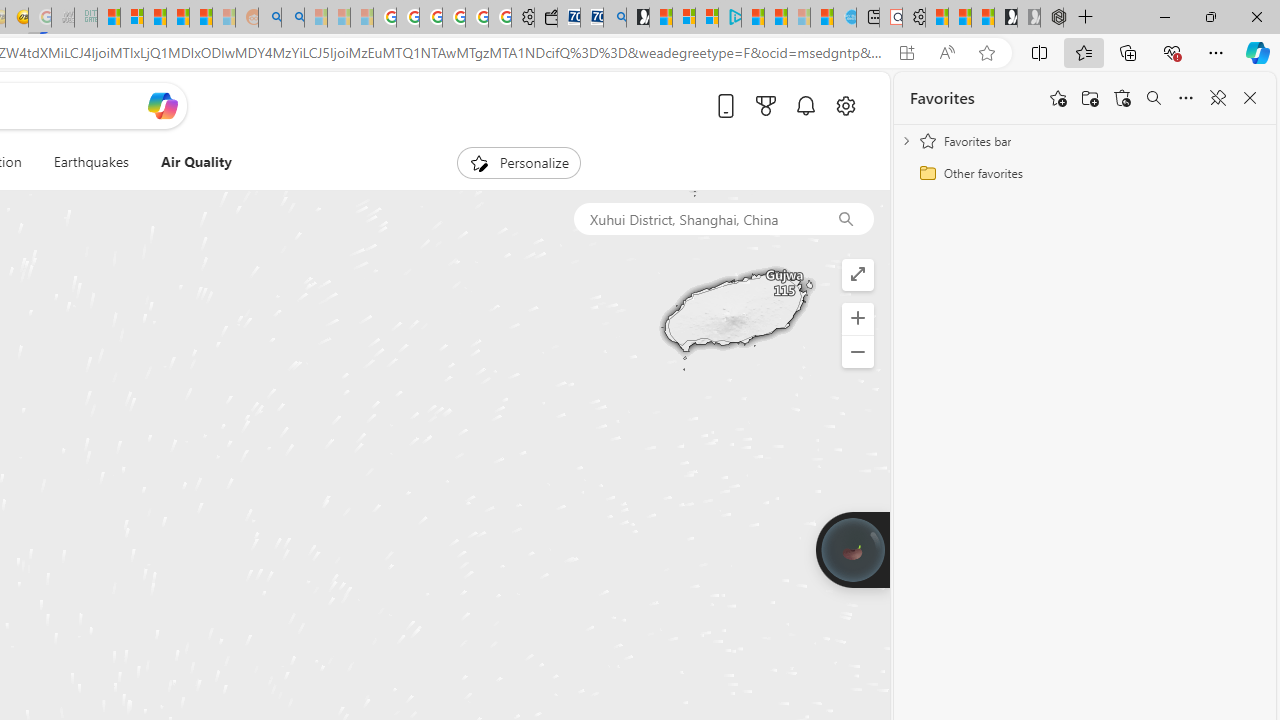 The height and width of the screenshot is (720, 1280). What do you see at coordinates (85, 17) in the screenshot?
I see `'DITOGAMES AG Imprint - Sleeping'` at bounding box center [85, 17].